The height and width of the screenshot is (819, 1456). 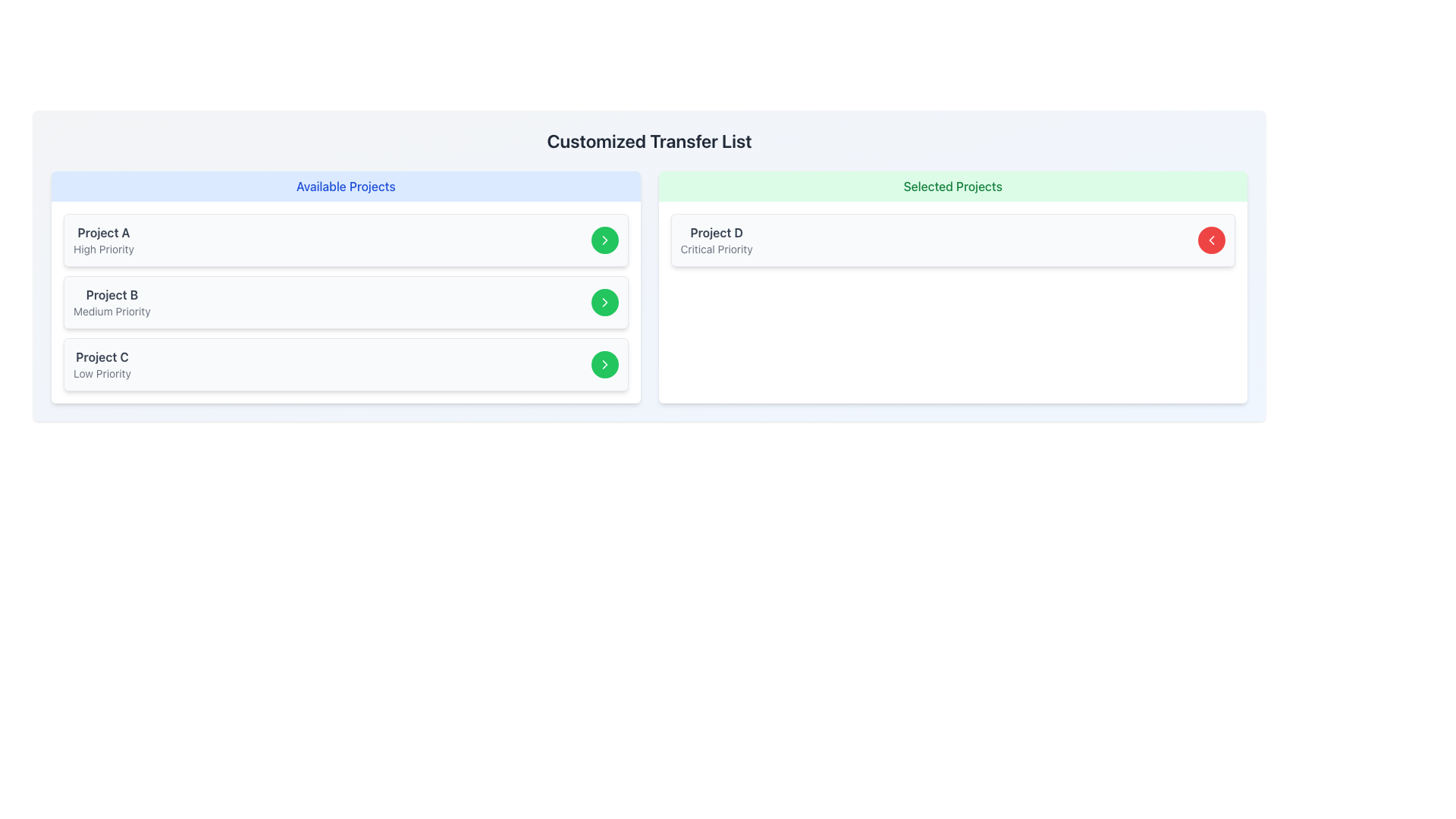 What do you see at coordinates (101, 356) in the screenshot?
I see `the 'Project C' text label element in the 'Available Projects' section for further interaction` at bounding box center [101, 356].